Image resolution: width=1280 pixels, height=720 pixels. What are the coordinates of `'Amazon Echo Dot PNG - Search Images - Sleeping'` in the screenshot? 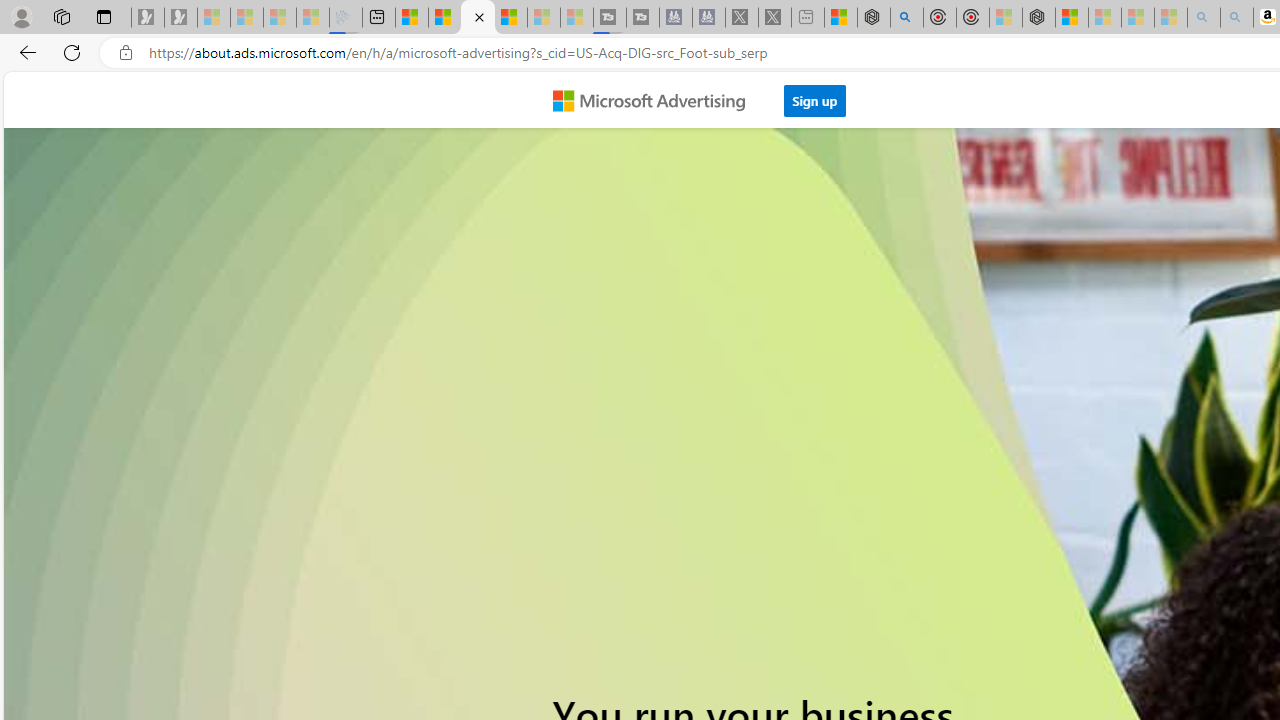 It's located at (1236, 17).